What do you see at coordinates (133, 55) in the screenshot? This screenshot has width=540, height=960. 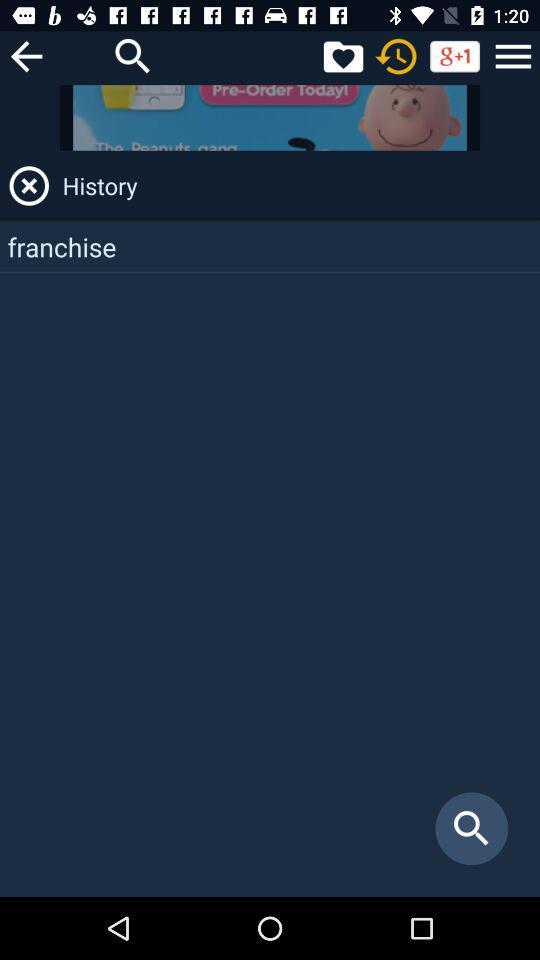 I see `search option` at bounding box center [133, 55].